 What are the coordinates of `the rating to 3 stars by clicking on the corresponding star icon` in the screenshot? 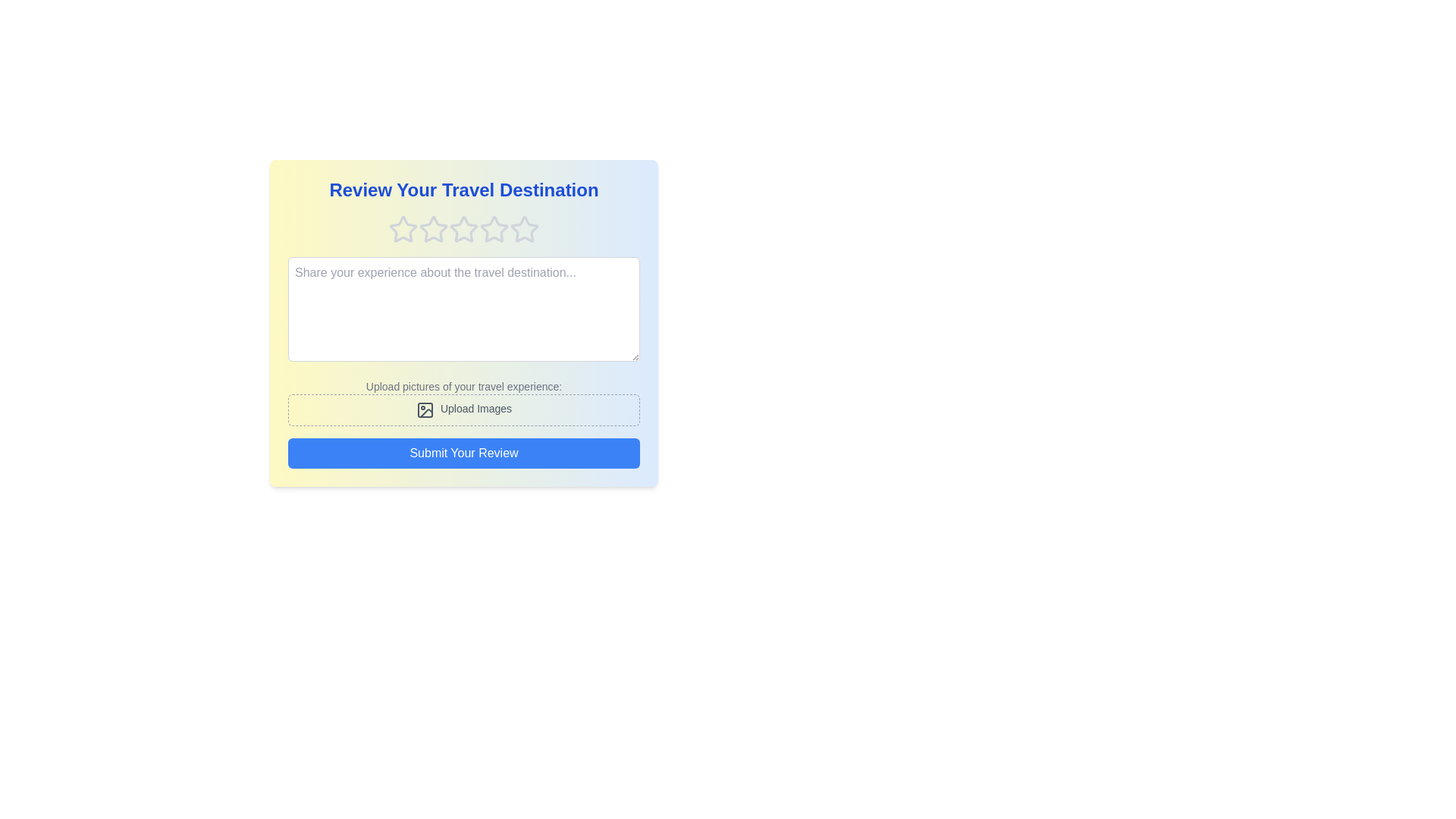 It's located at (463, 230).